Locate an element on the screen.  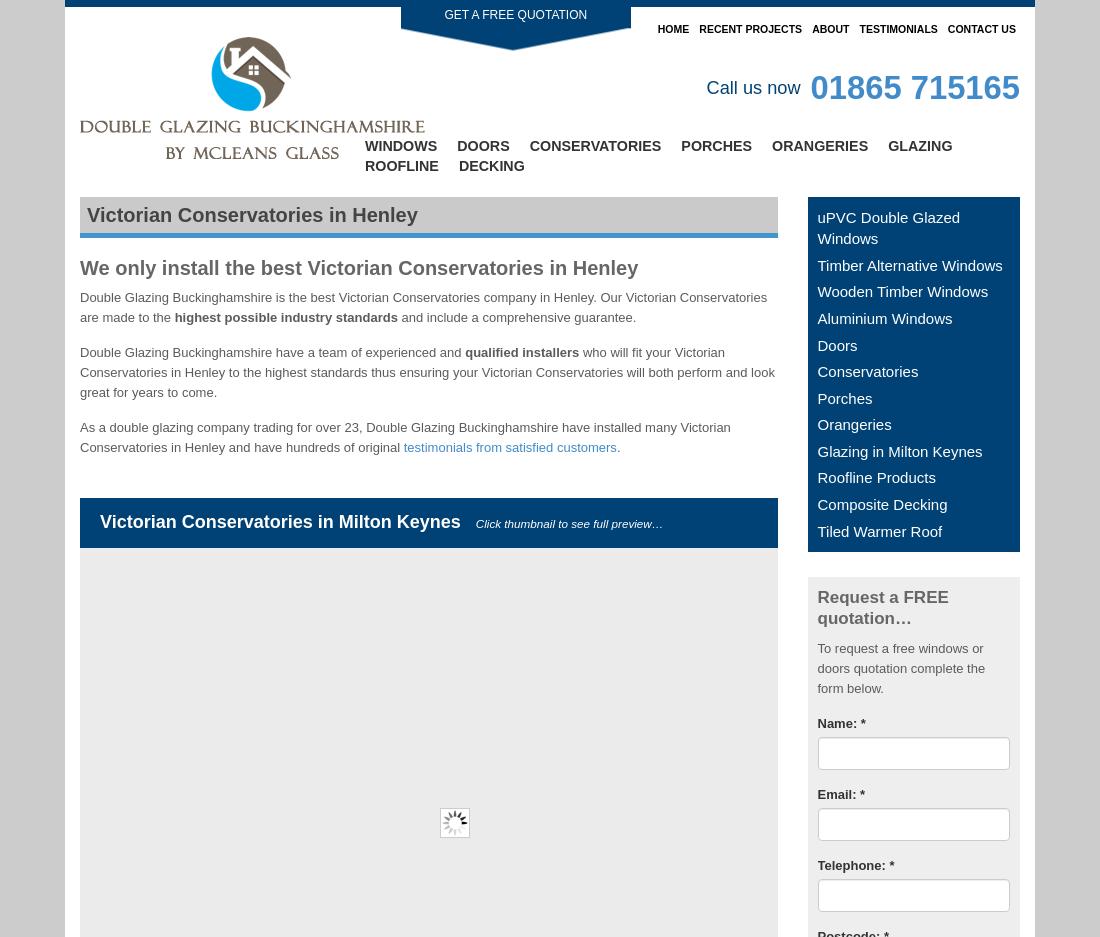
'and include a comprehensive guarantee.' is located at coordinates (516, 315).